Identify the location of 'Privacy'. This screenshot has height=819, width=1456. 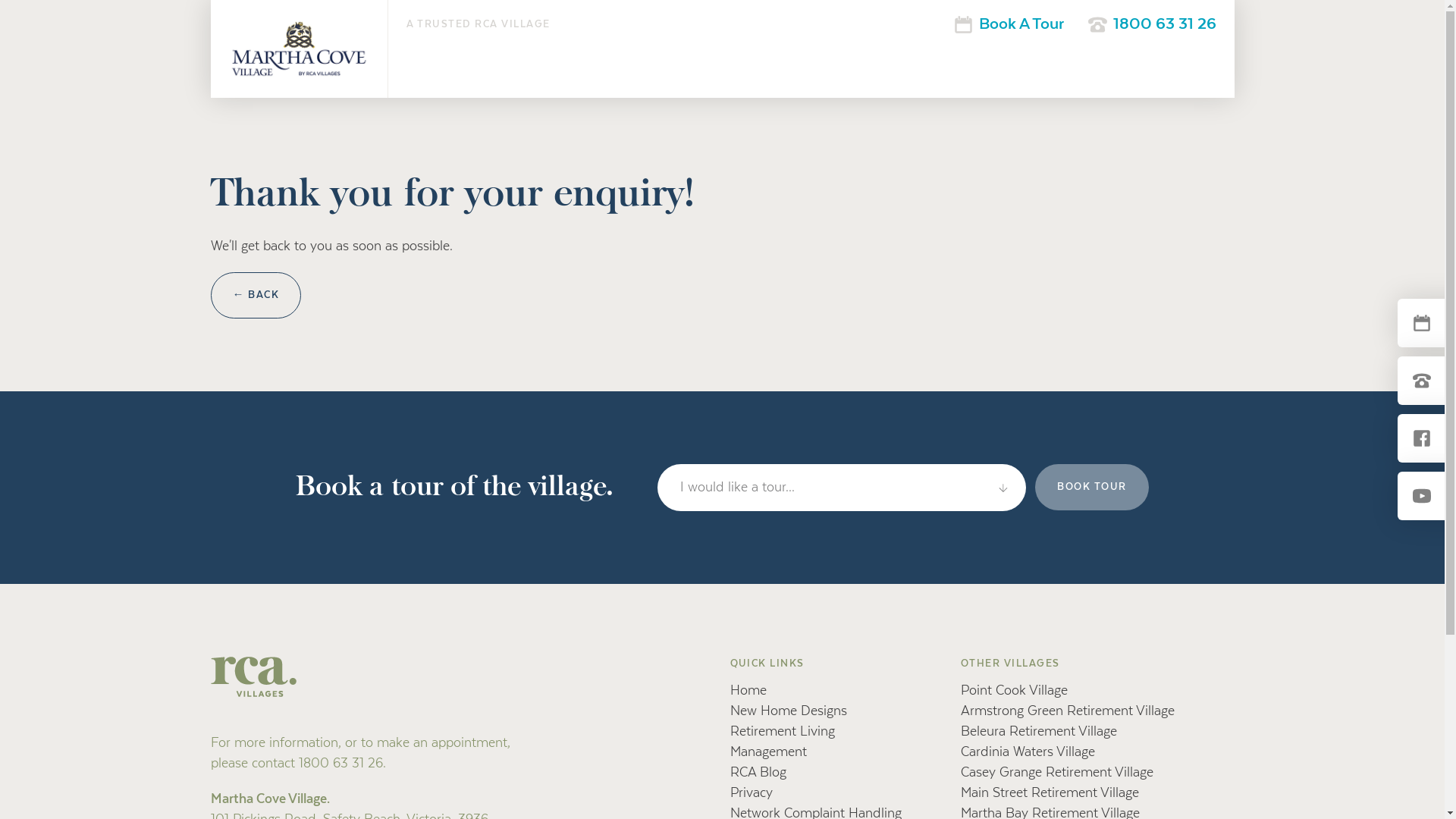
(750, 792).